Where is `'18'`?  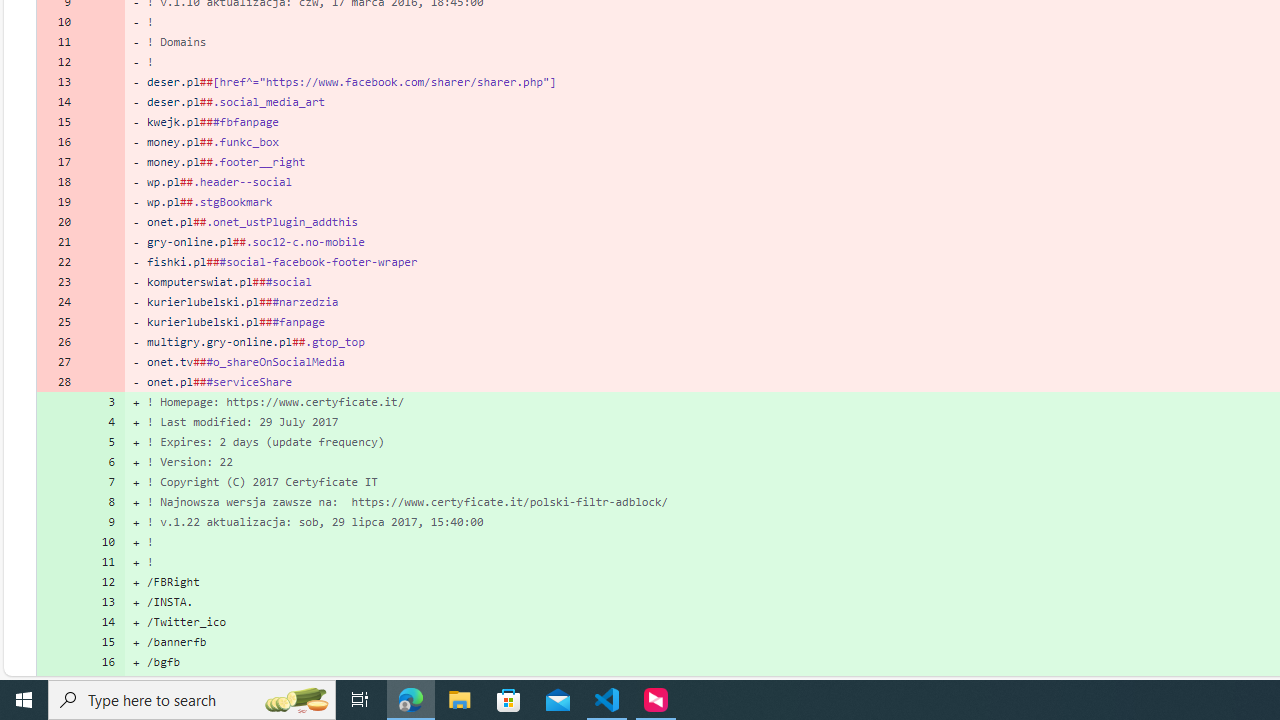
'18' is located at coordinates (58, 182).